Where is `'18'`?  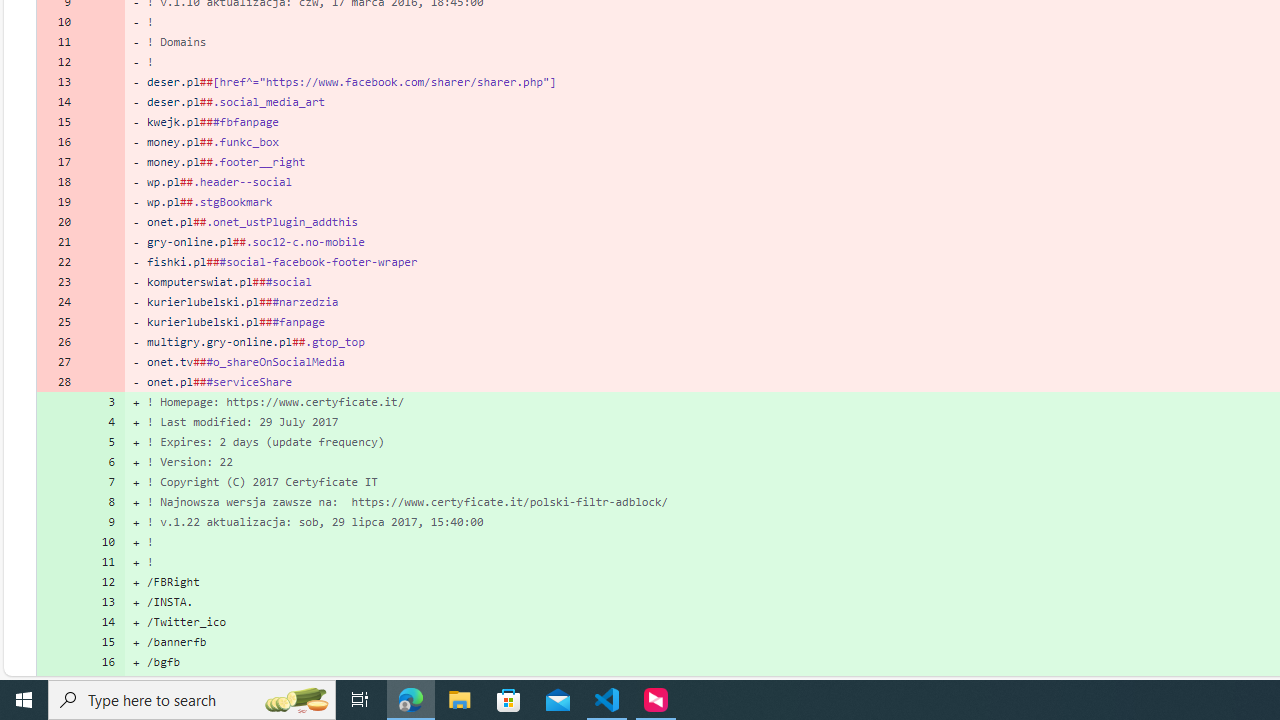
'18' is located at coordinates (58, 182).